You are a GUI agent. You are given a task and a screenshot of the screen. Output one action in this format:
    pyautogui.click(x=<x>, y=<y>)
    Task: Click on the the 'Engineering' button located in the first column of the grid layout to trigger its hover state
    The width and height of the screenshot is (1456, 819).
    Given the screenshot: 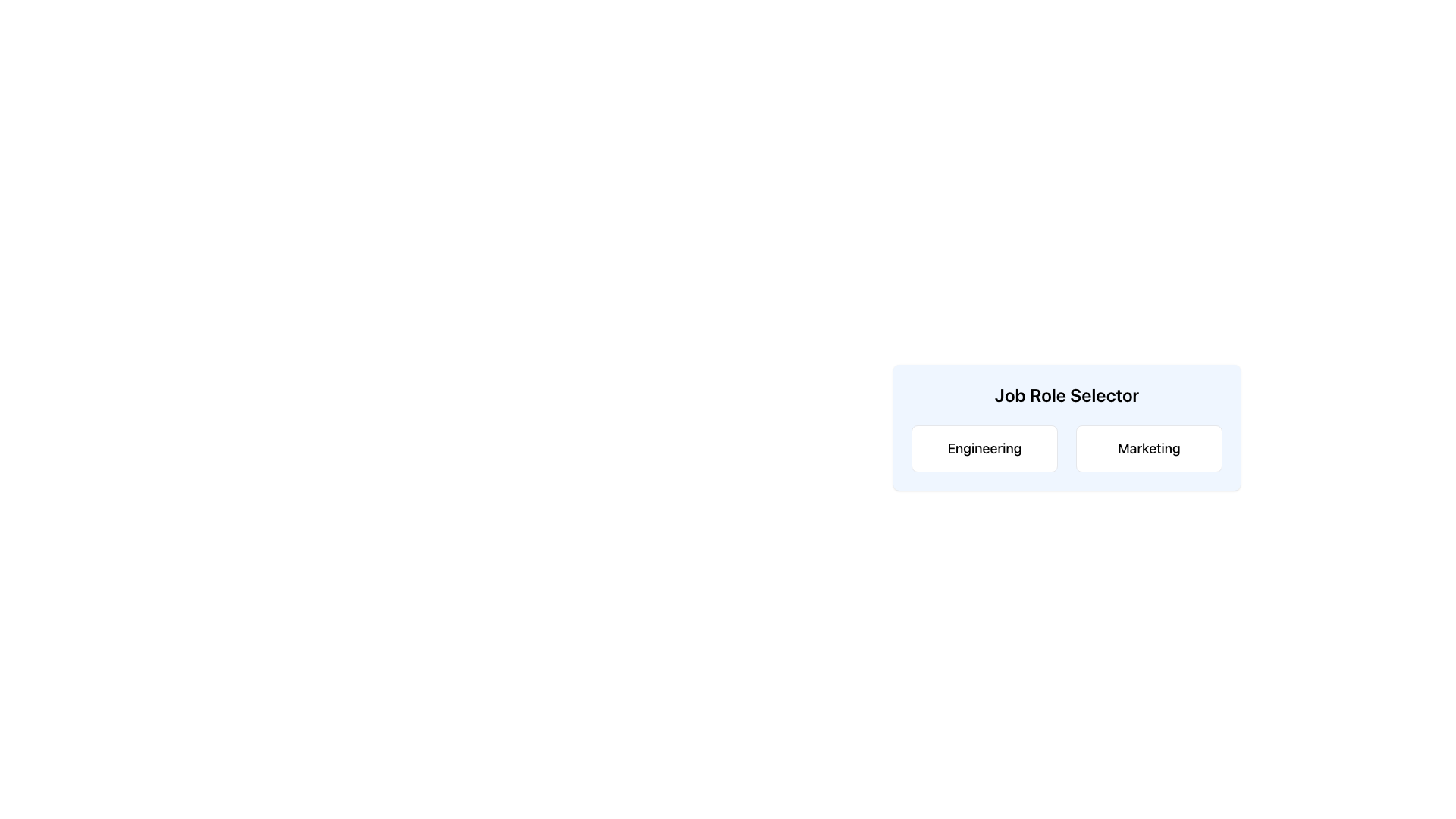 What is the action you would take?
    pyautogui.click(x=984, y=447)
    